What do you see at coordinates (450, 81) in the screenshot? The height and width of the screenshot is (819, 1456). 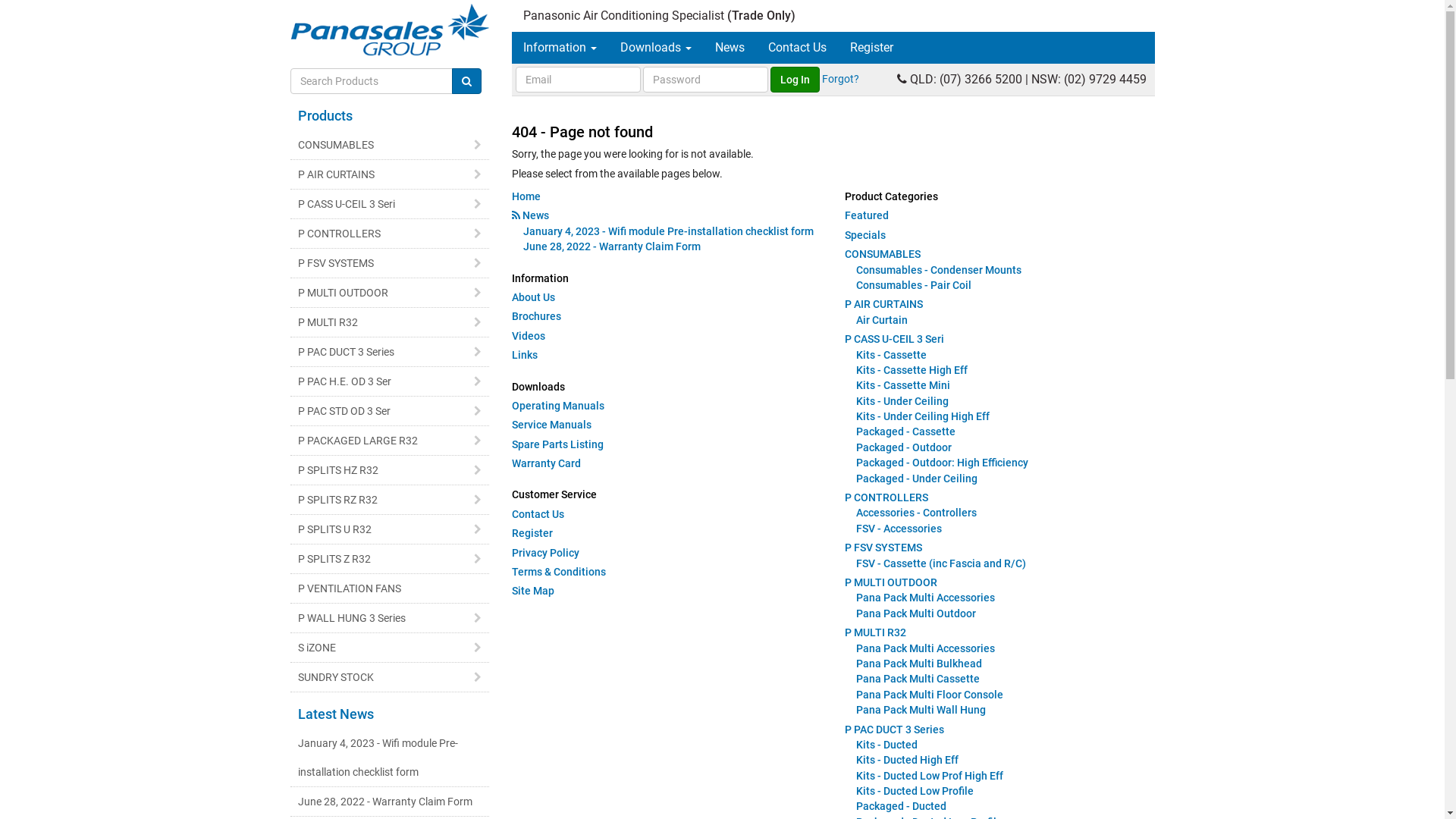 I see `'Search Products'` at bounding box center [450, 81].